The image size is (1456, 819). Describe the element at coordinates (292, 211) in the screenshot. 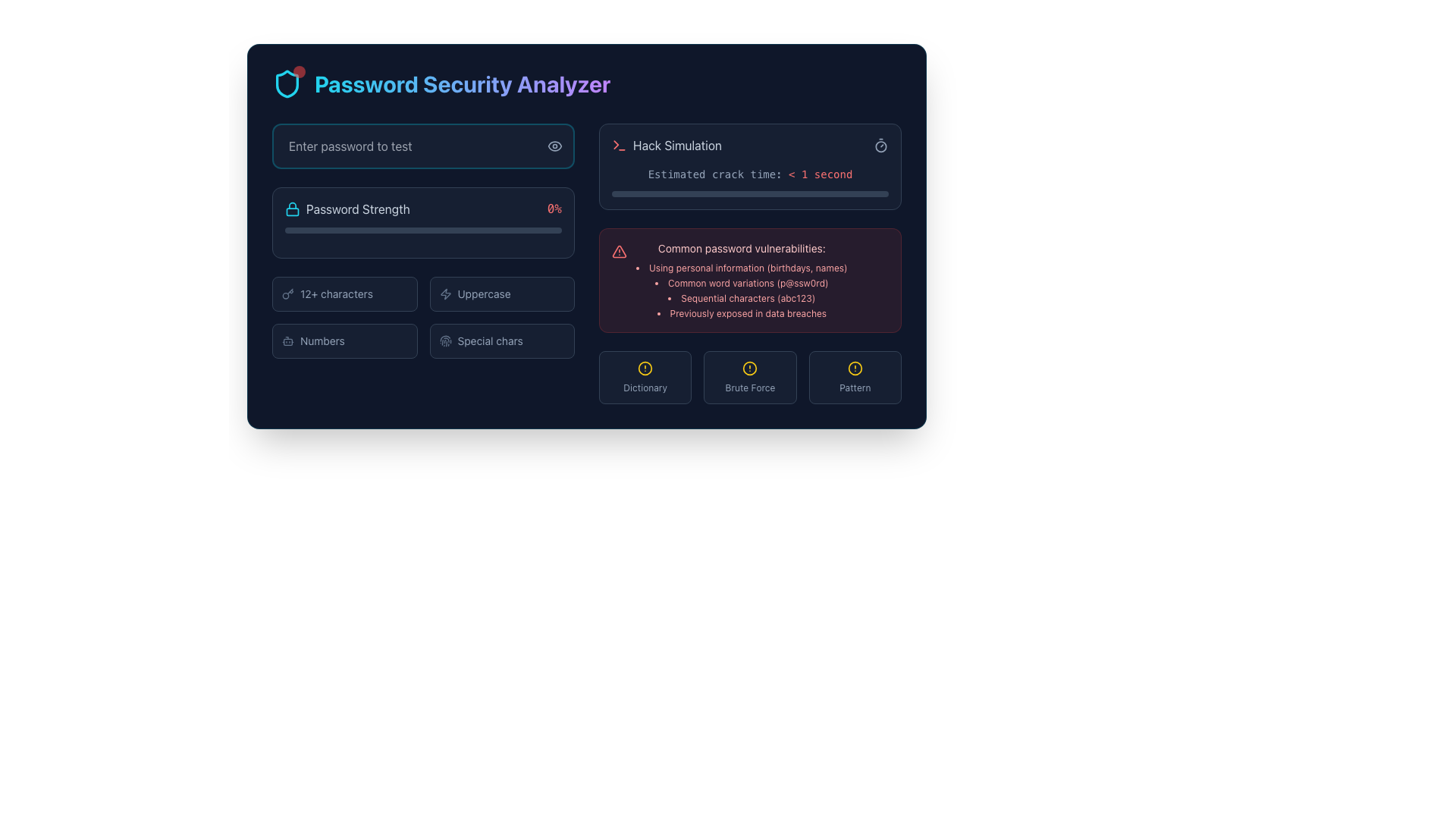

I see `the graphical part of the lock icon that symbolizes security, located to the left of the 'Password Strength' text` at that location.